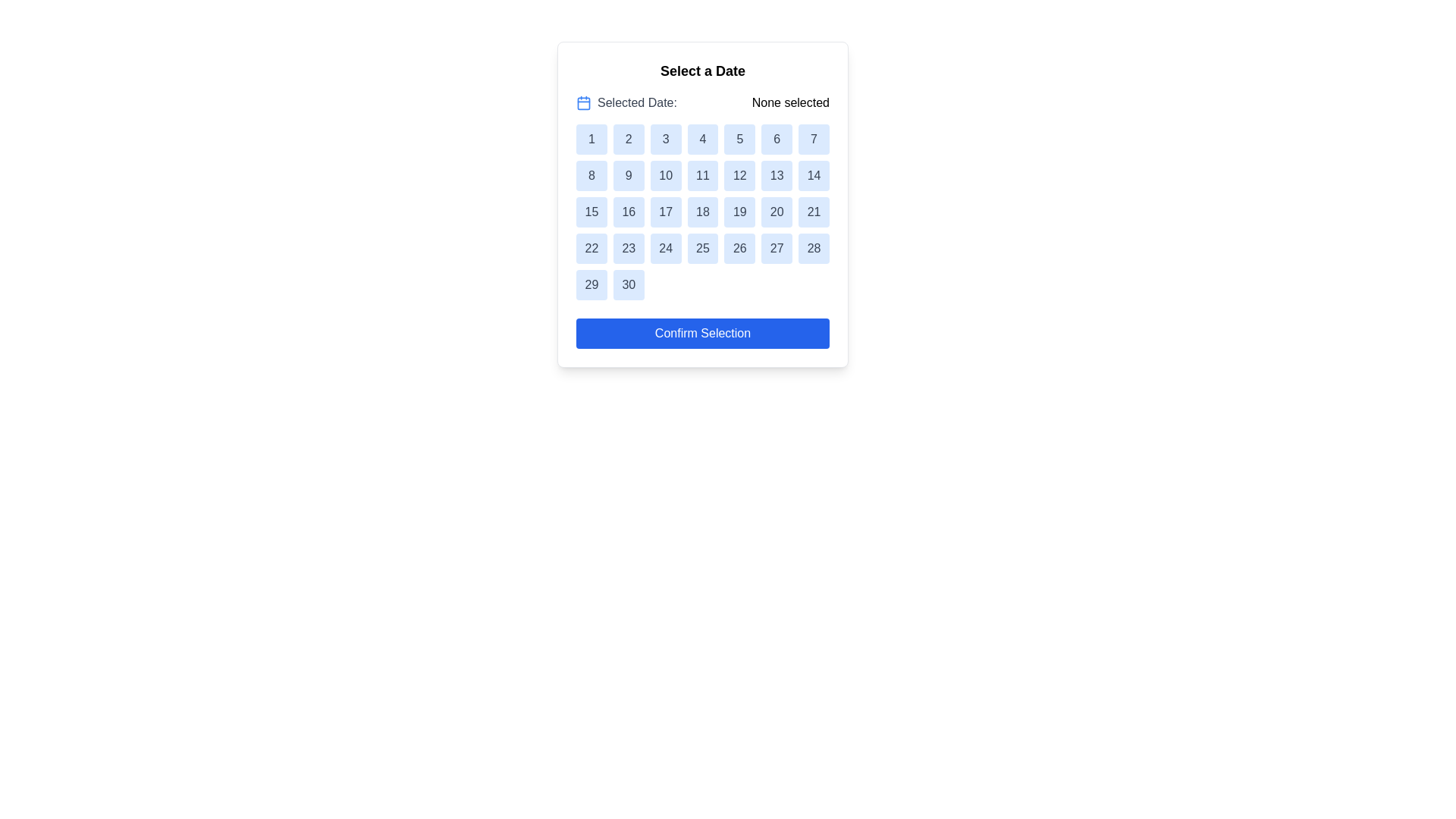  What do you see at coordinates (591, 140) in the screenshot?
I see `the leftmost button` at bounding box center [591, 140].